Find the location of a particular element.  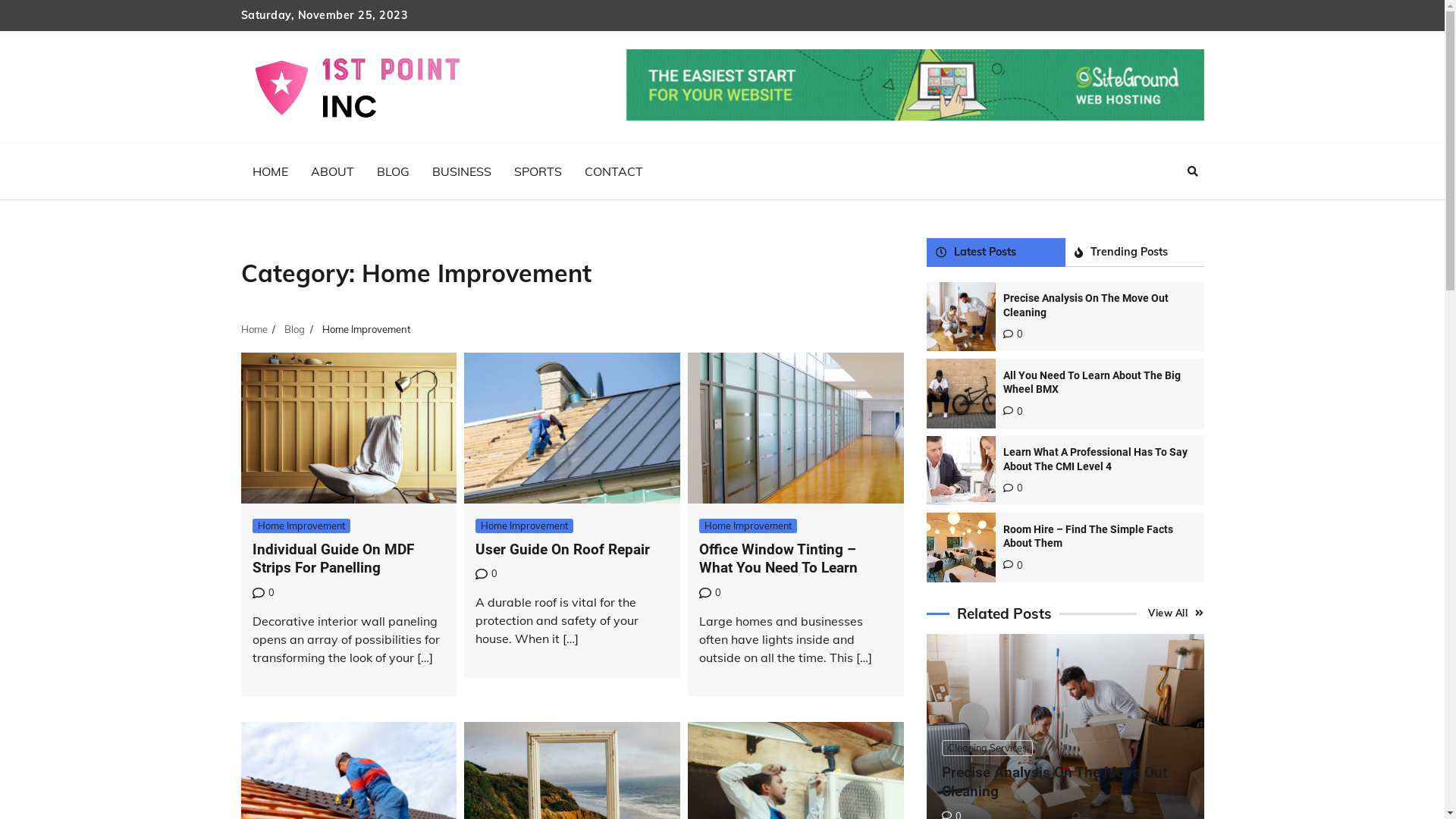

'Precise Analysis On The Move Out Cleaning' is located at coordinates (1084, 305).